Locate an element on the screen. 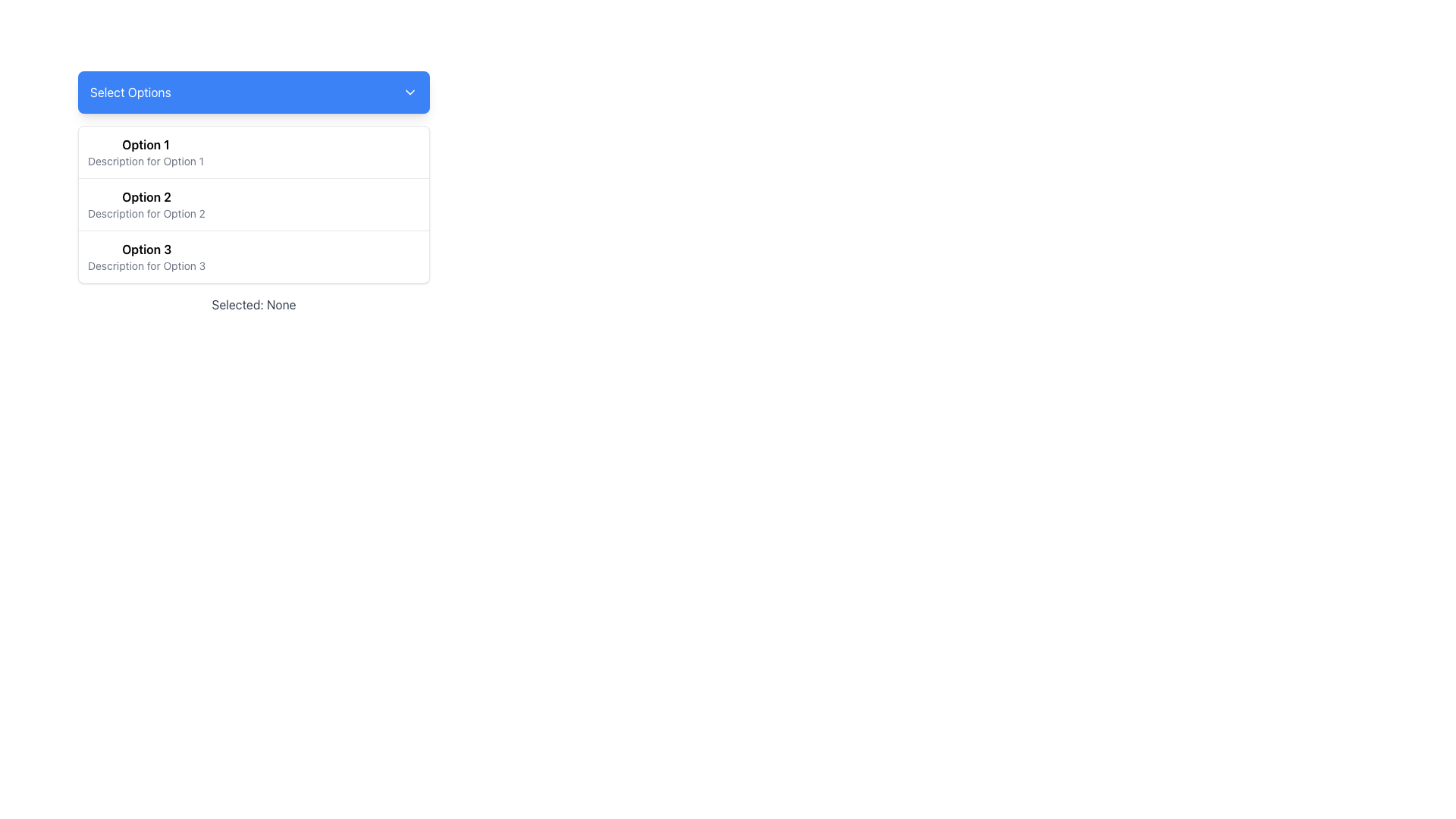  the first list item in the dropdown menu, which displays 'Option 1' in bold font and 'Description for Option 1' in smaller gray font is located at coordinates (146, 152).